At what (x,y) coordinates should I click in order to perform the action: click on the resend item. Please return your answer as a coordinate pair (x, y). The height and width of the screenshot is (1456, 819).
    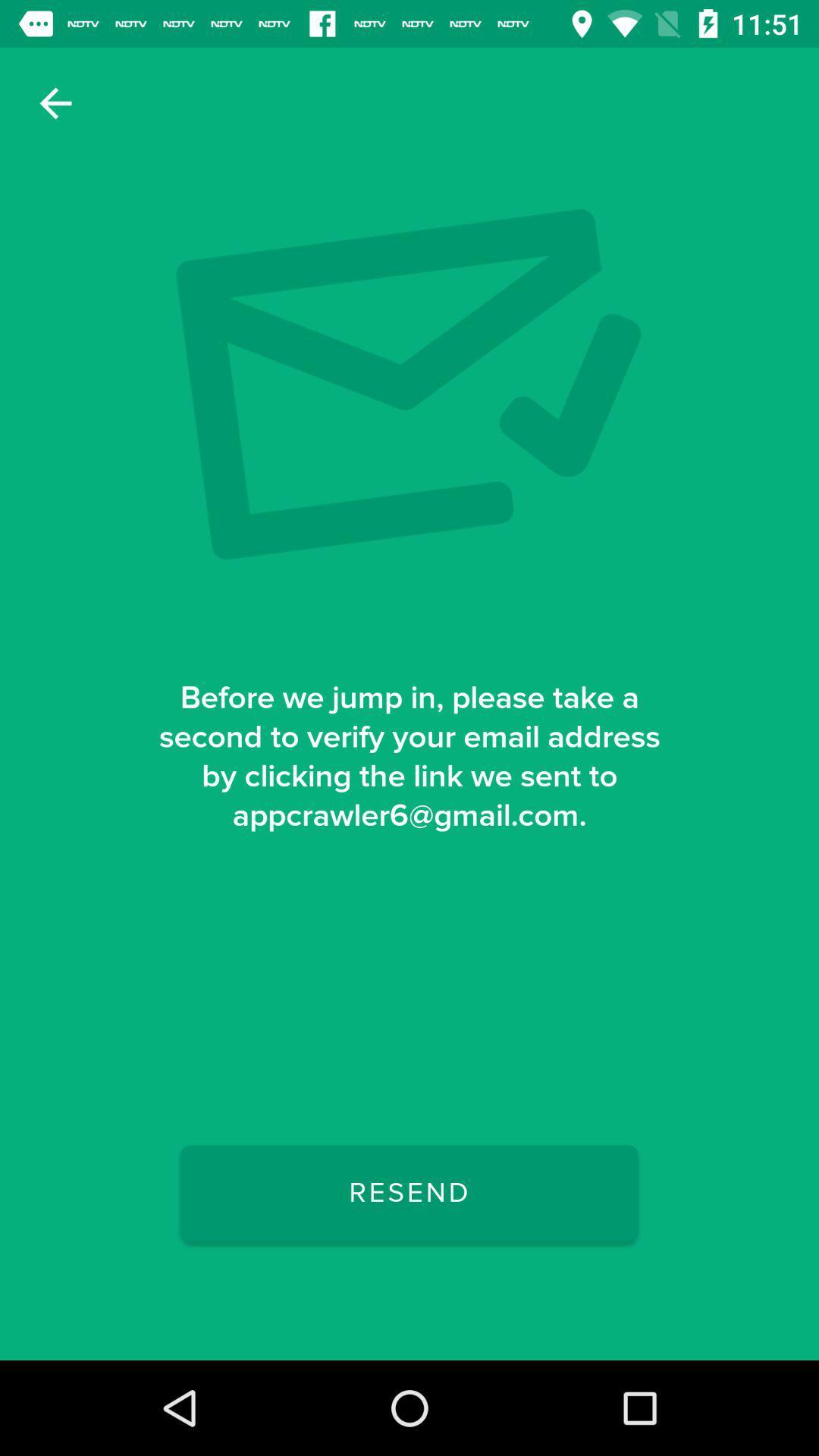
    Looking at the image, I should click on (408, 1192).